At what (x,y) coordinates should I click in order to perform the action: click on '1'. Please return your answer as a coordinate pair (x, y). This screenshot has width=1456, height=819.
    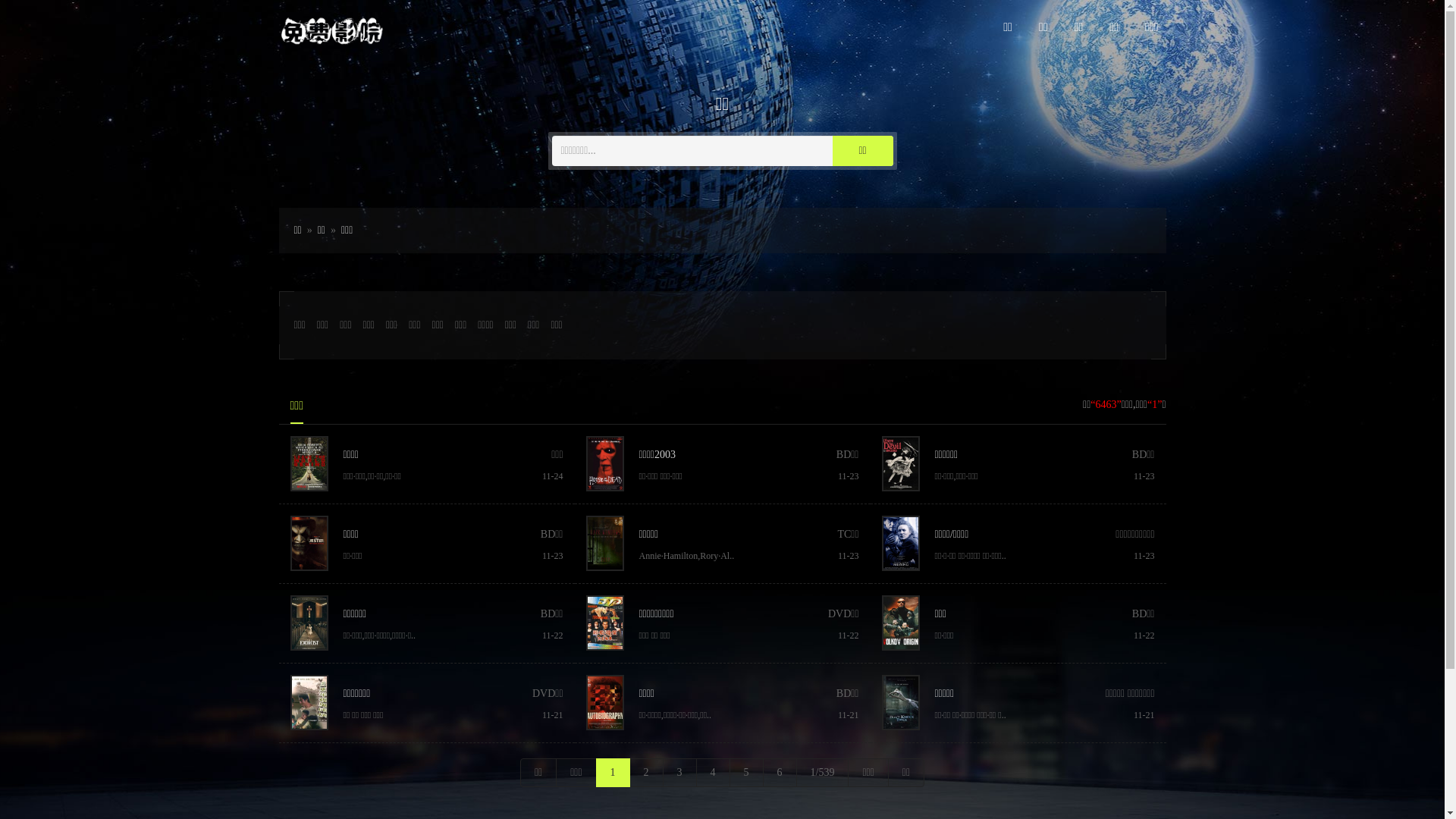
    Looking at the image, I should click on (613, 772).